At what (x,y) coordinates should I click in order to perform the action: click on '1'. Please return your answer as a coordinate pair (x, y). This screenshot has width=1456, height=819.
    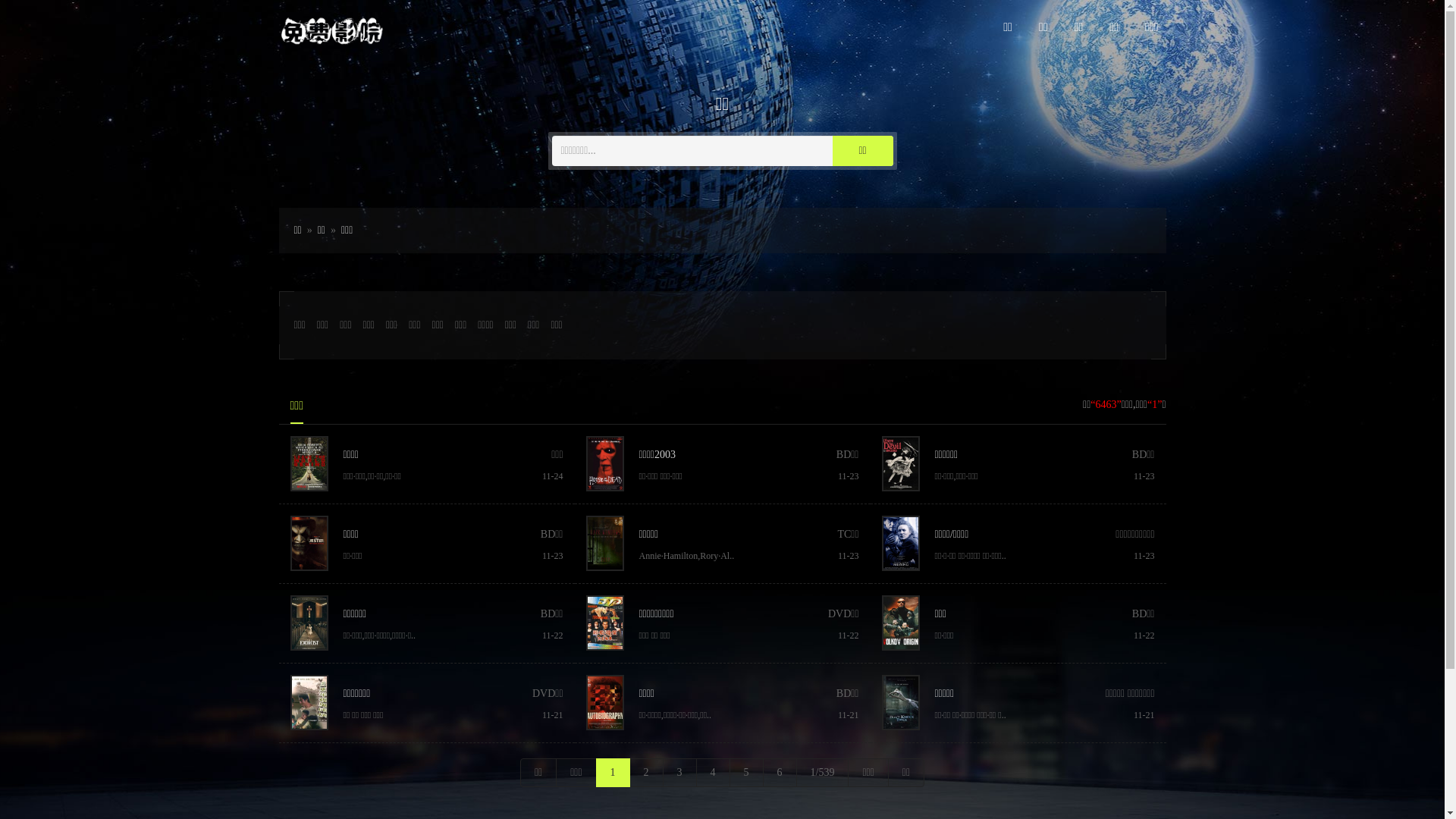
    Looking at the image, I should click on (613, 772).